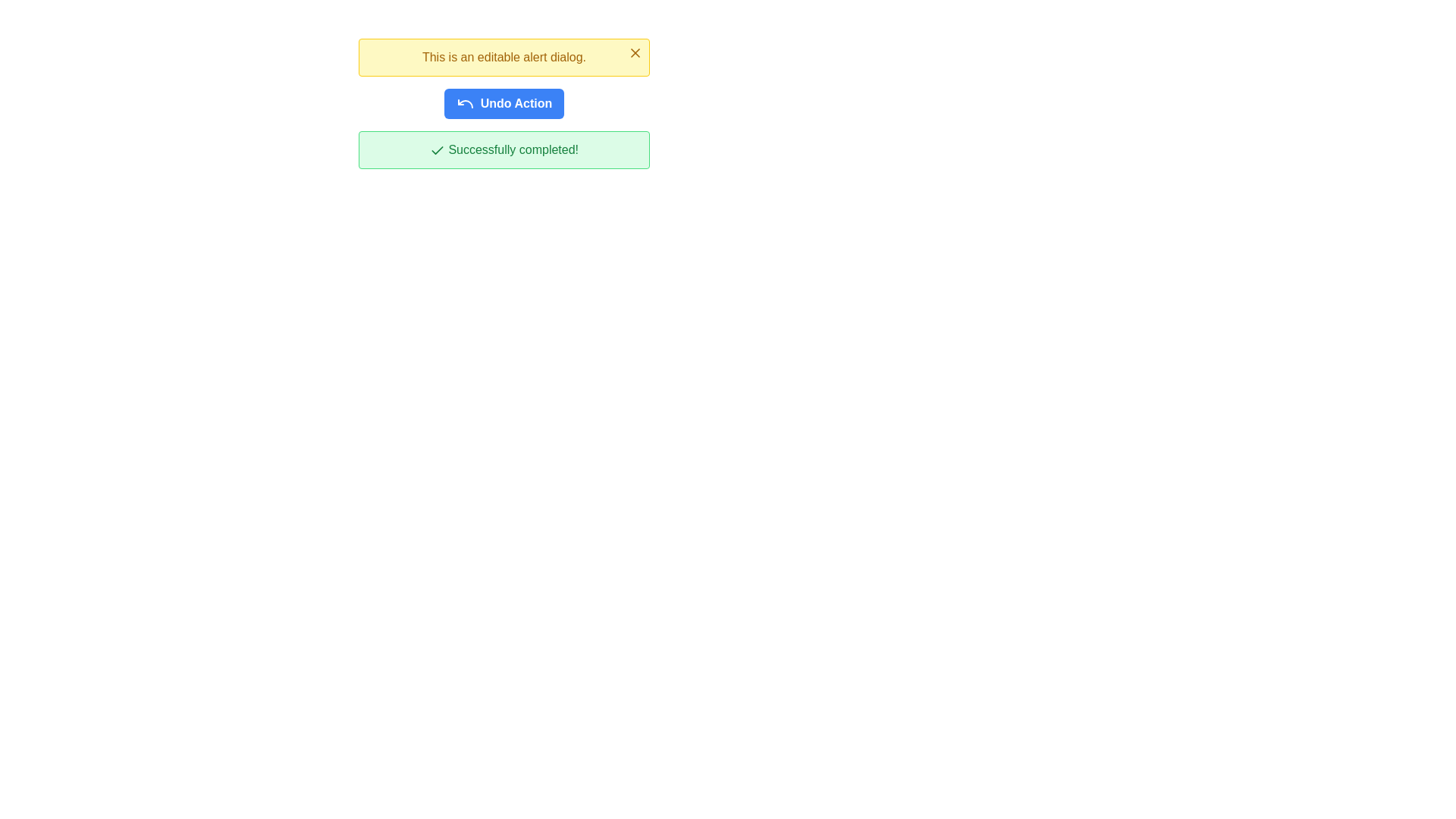 This screenshot has width=1456, height=819. What do you see at coordinates (635, 52) in the screenshot?
I see `the diagonal line segment forming part of the 'X' shape in the top-right corner of the yellow alert box` at bounding box center [635, 52].